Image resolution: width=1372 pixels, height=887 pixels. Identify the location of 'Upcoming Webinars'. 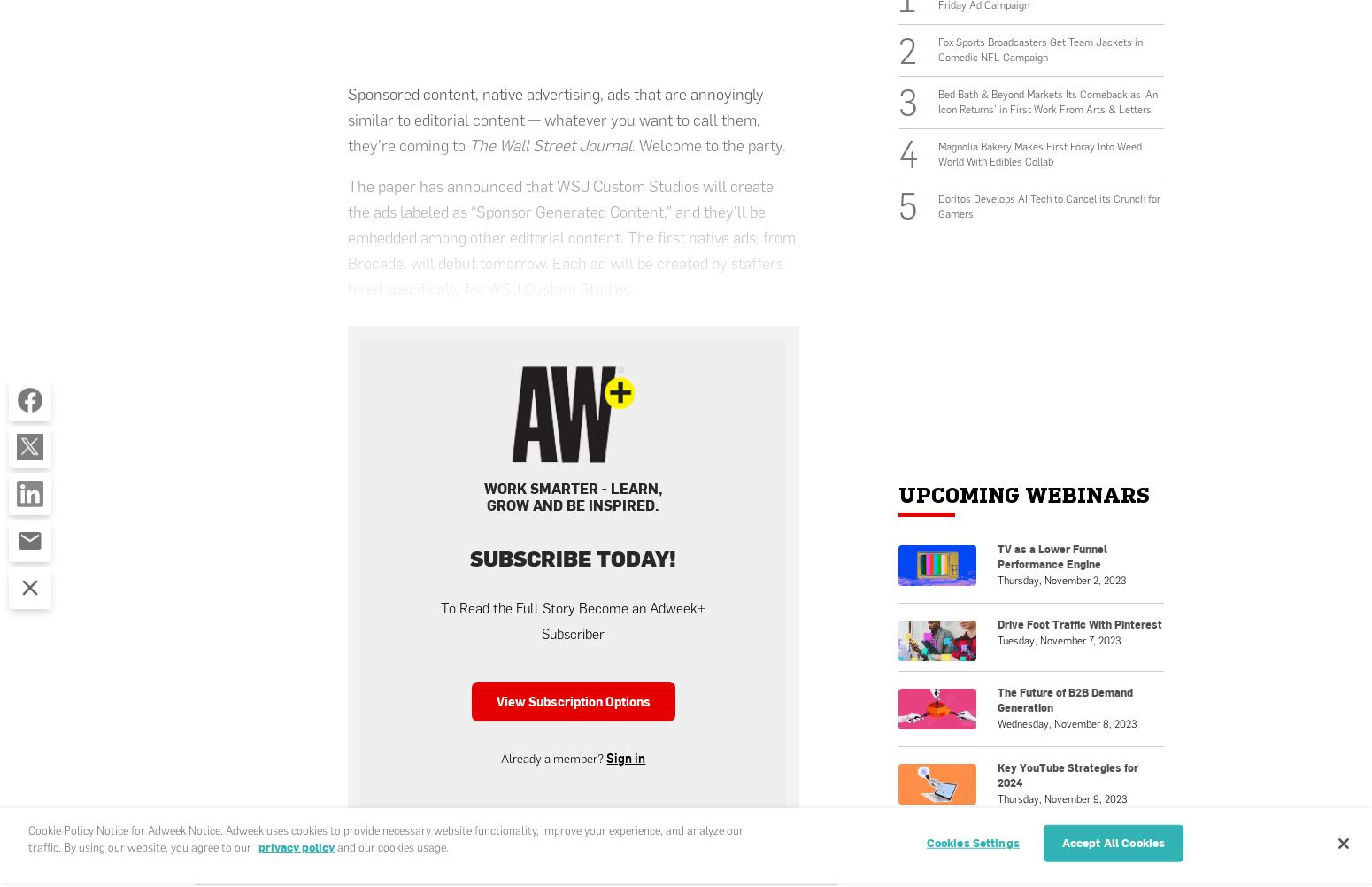
(898, 495).